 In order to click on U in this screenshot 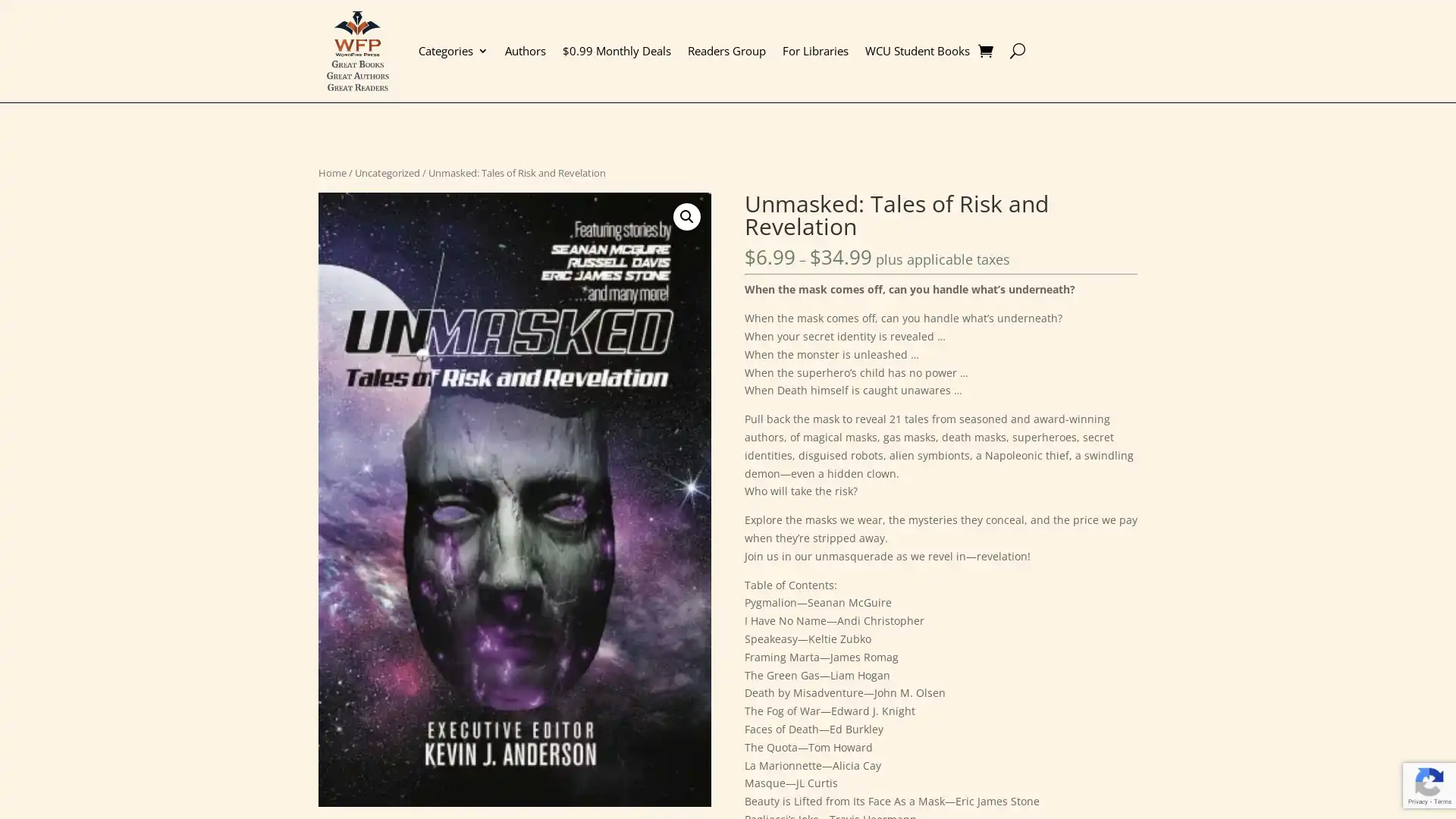, I will do `click(1016, 49)`.